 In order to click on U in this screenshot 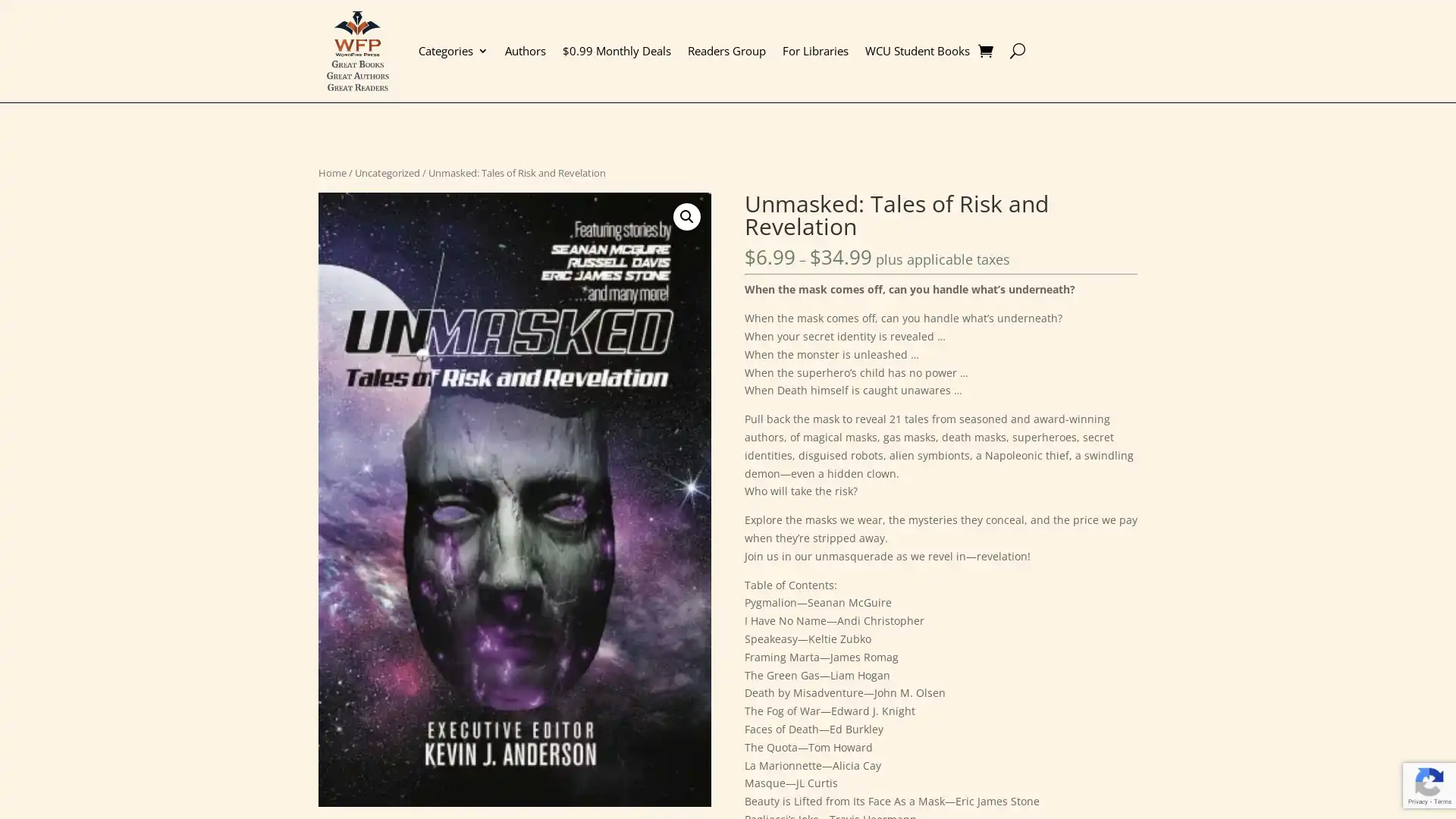, I will do `click(1016, 49)`.